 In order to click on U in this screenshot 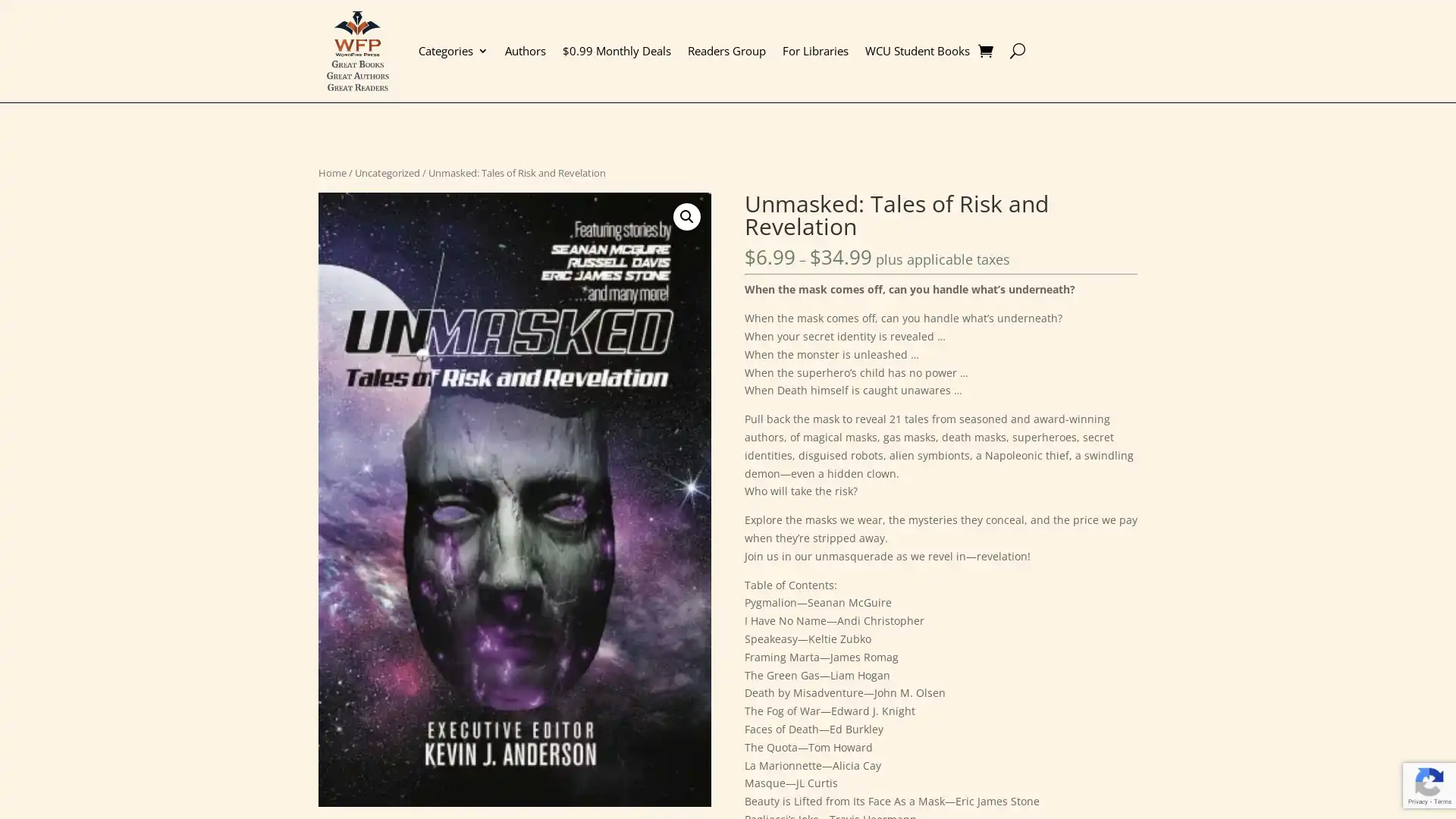, I will do `click(1016, 49)`.